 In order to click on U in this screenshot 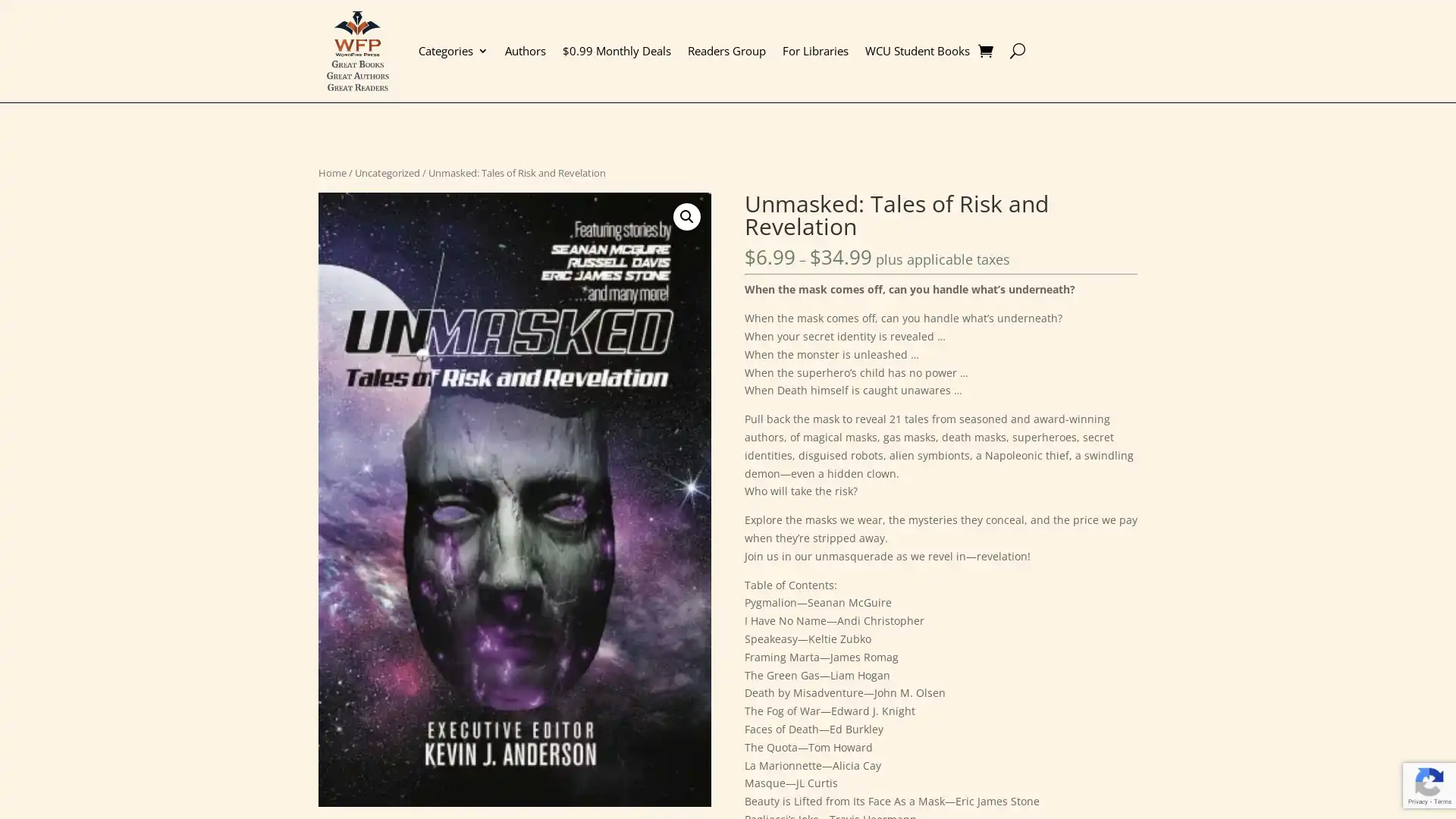, I will do `click(1016, 49)`.